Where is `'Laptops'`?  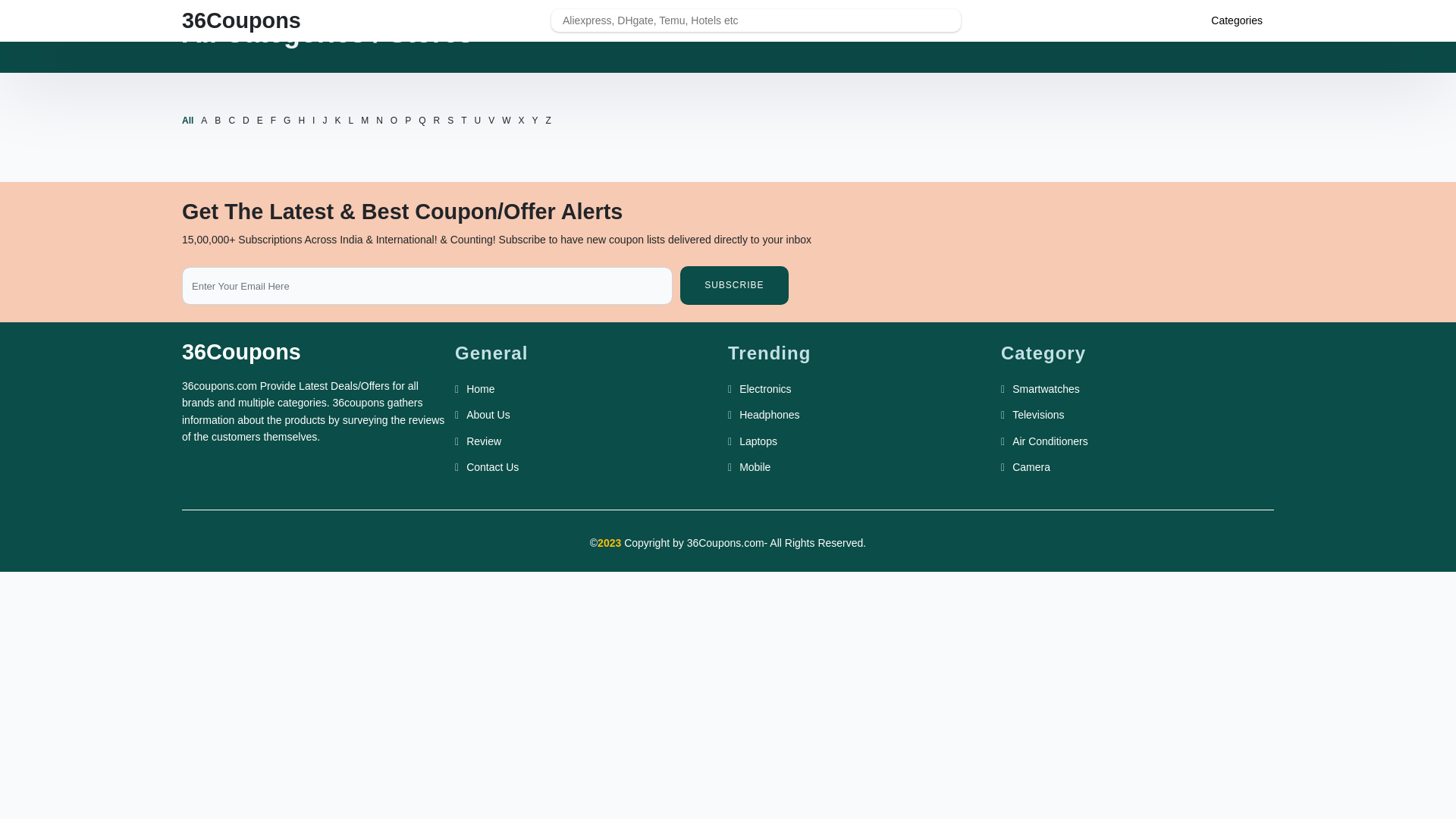
'Laptops' is located at coordinates (758, 441).